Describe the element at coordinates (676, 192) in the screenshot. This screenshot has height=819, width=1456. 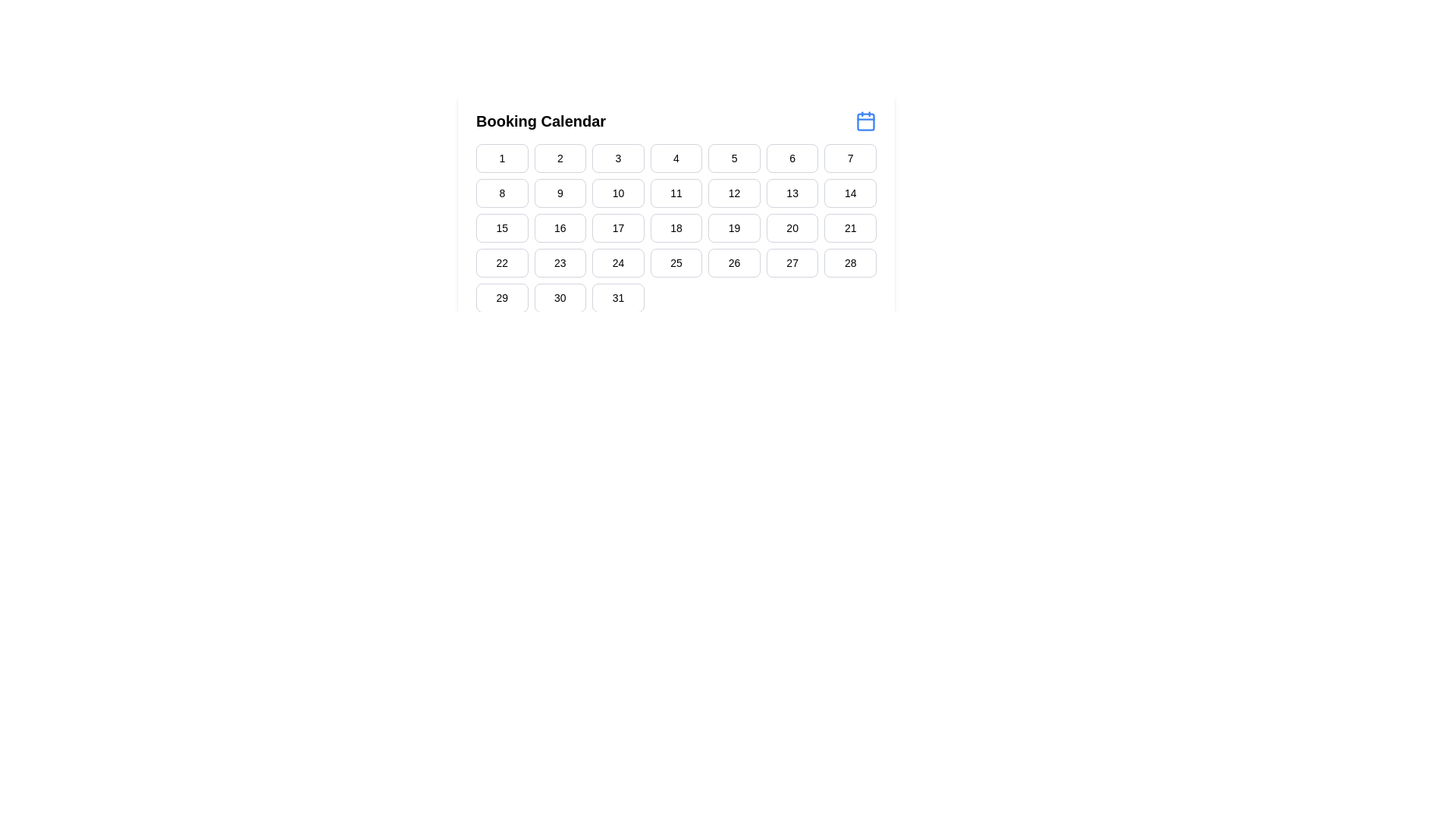
I see `the button representing the date '11'` at that location.